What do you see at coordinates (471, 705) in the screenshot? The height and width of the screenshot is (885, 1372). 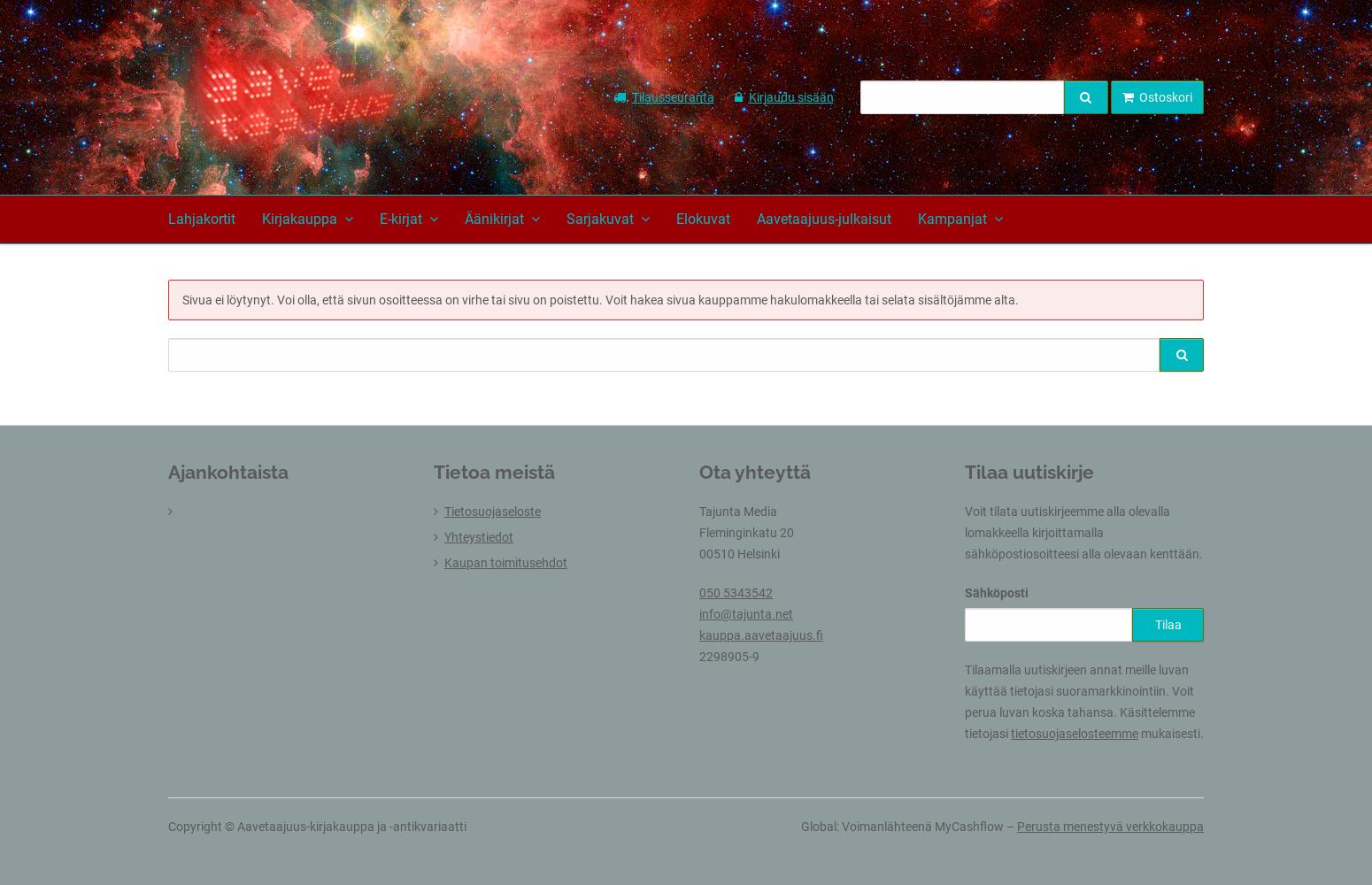 I see `'Post-apokalypsi'` at bounding box center [471, 705].